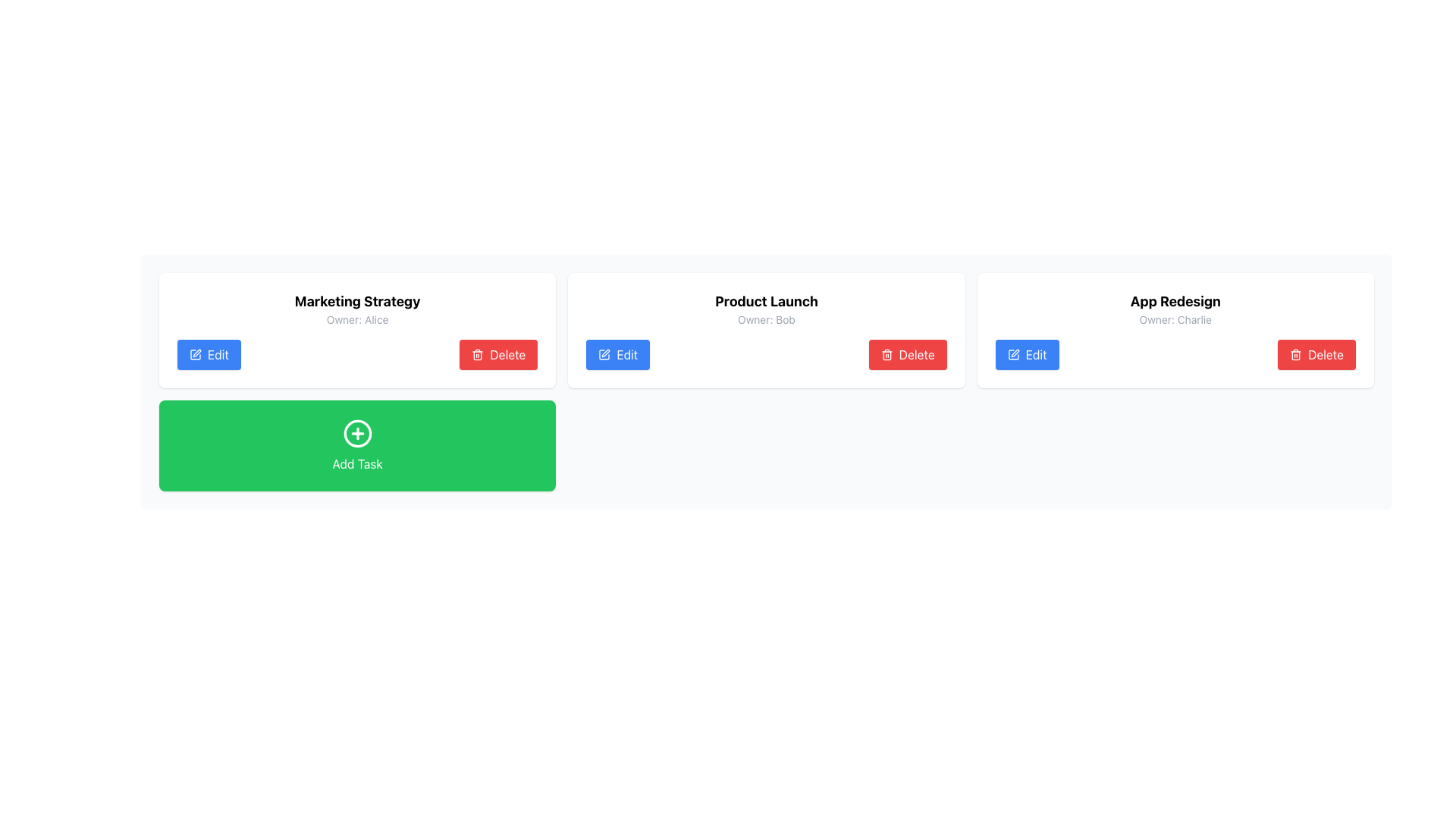 The width and height of the screenshot is (1456, 819). What do you see at coordinates (767, 318) in the screenshot?
I see `the Text Display element that provides descriptive information about the owner of the associated task or item in the card, located beneath the title 'Product Launch' and above the 'Edit' and 'Delete' buttons in the middle card` at bounding box center [767, 318].